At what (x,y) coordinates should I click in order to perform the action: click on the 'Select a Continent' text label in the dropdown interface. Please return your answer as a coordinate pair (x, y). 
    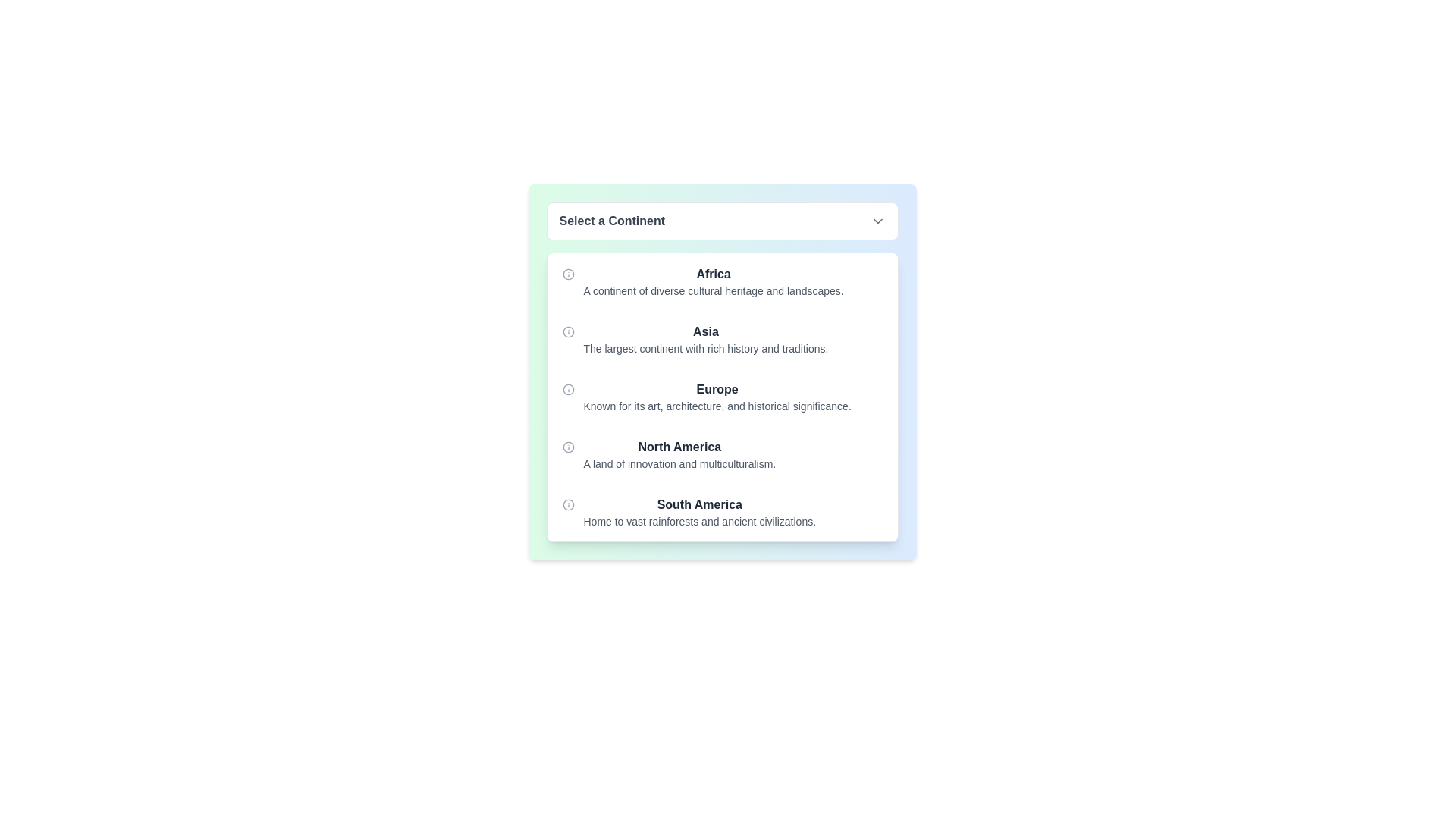
    Looking at the image, I should click on (612, 221).